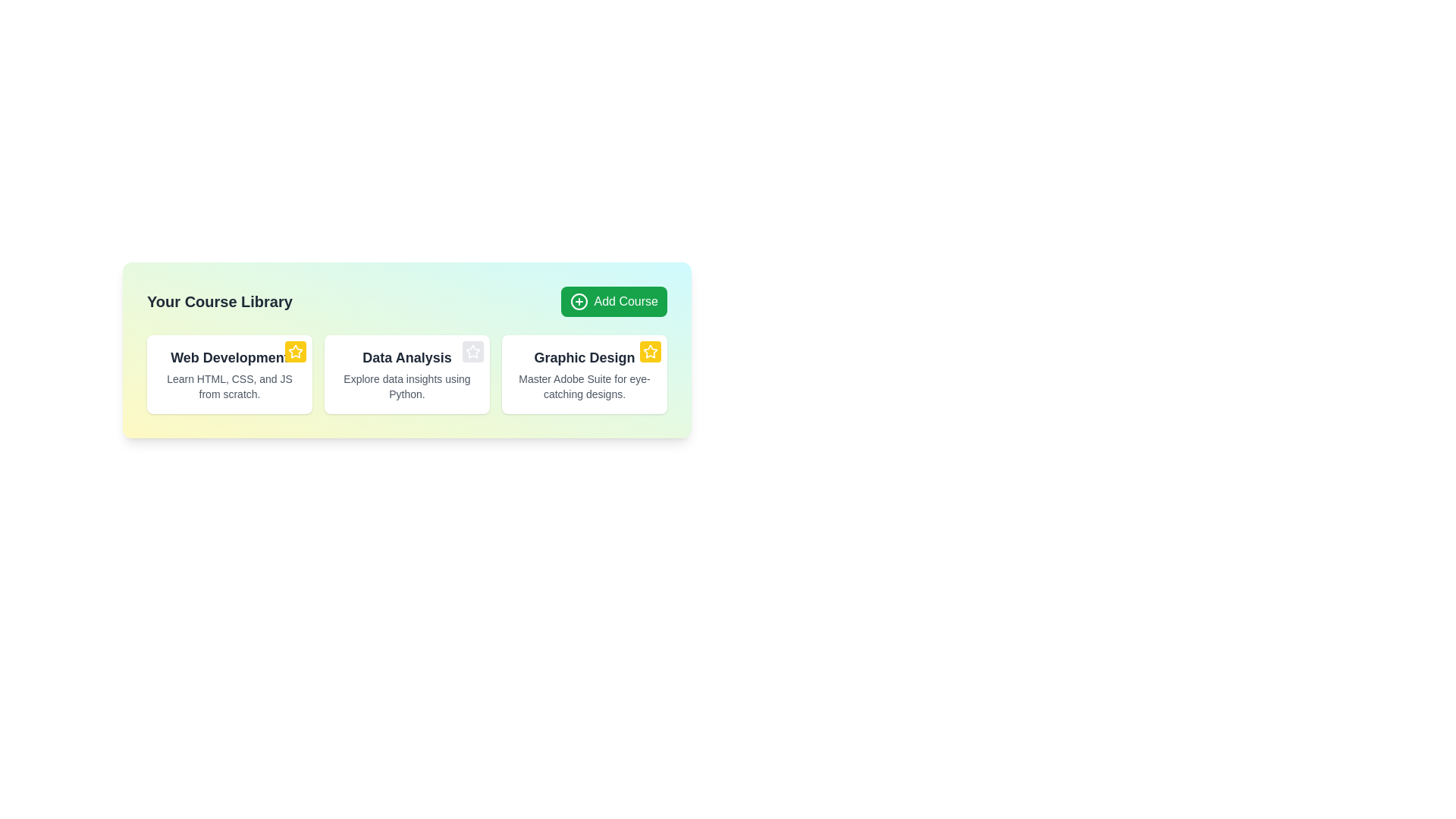  I want to click on the supplementary text description located beneath the 'Graphic Design' header in the course list, so click(584, 385).